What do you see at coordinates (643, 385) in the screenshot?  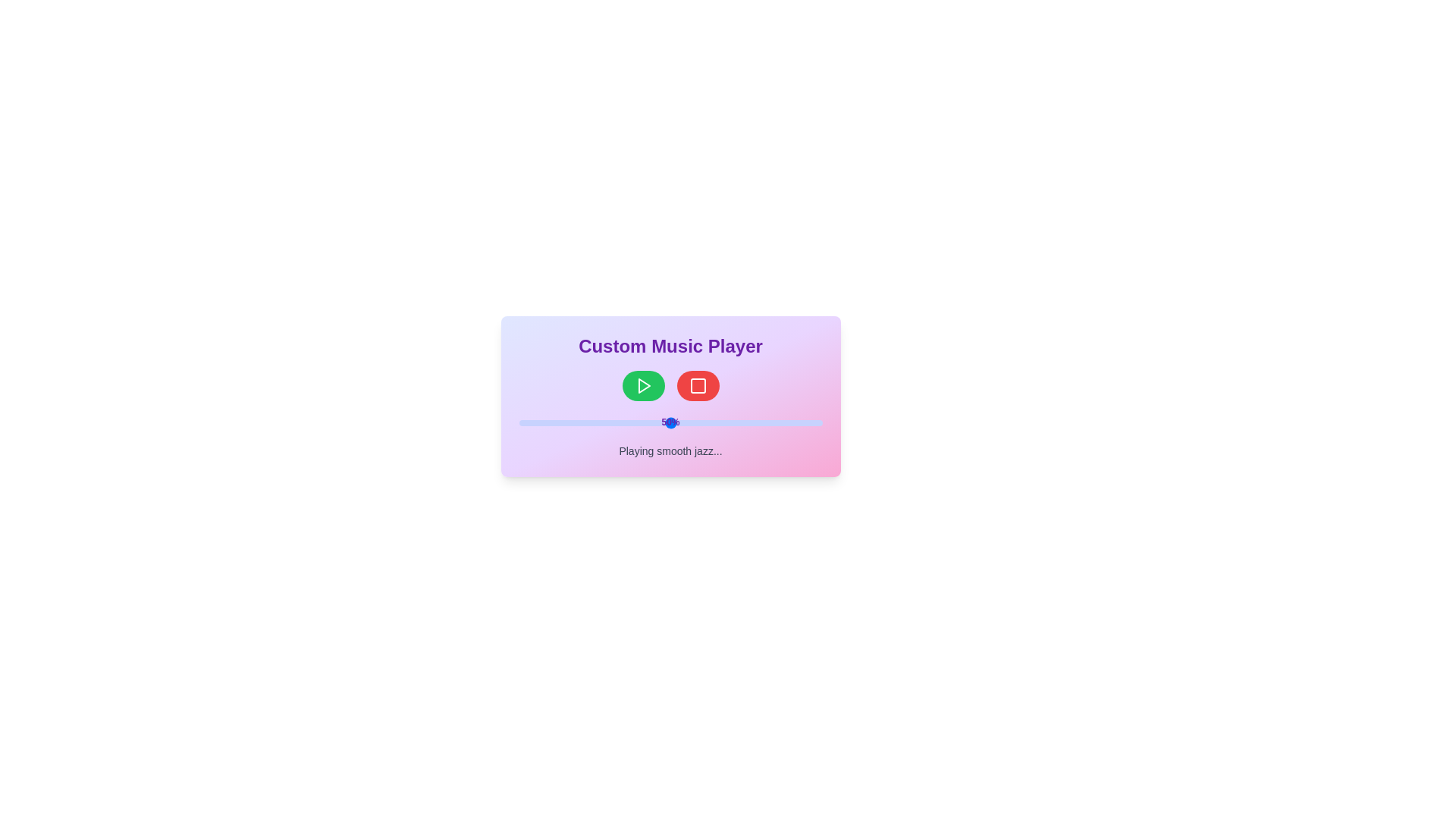 I see `the green circular button with a white triangular play icon to initiate playback` at bounding box center [643, 385].